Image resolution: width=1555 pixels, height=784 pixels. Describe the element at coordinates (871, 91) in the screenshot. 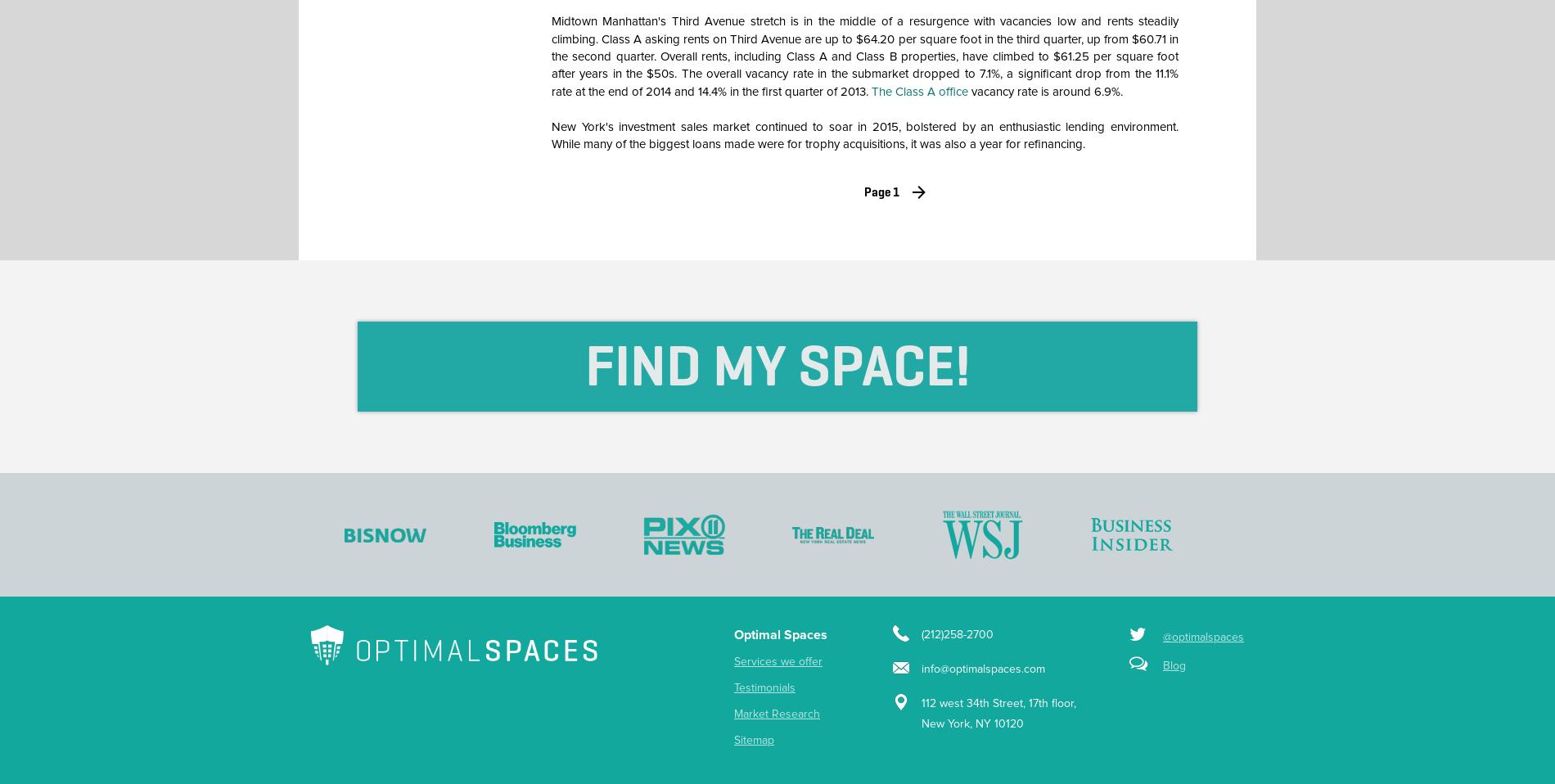

I see `'The Class A office'` at that location.